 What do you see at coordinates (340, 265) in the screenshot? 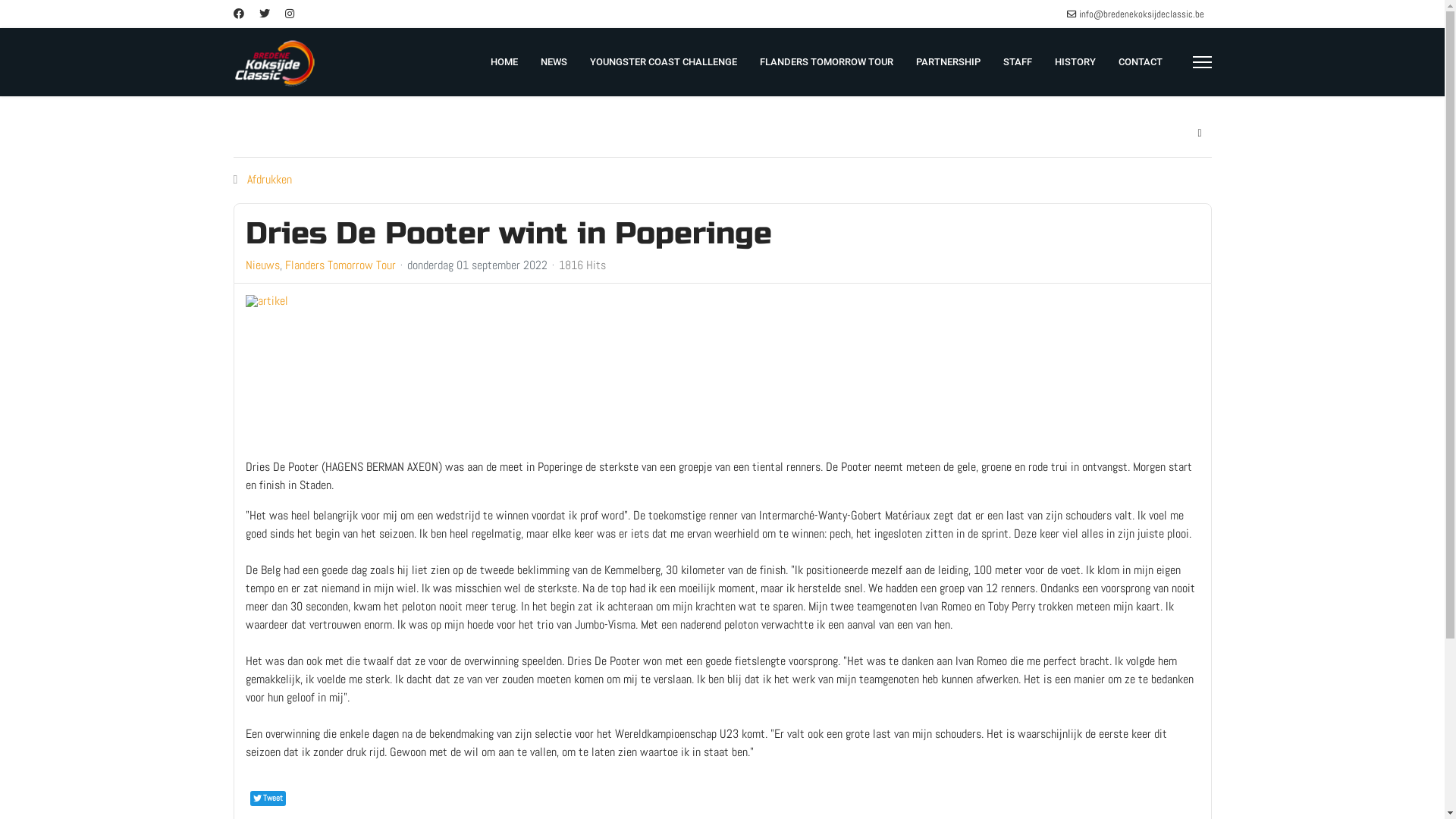
I see `'Flanders Tomorrow Tour'` at bounding box center [340, 265].